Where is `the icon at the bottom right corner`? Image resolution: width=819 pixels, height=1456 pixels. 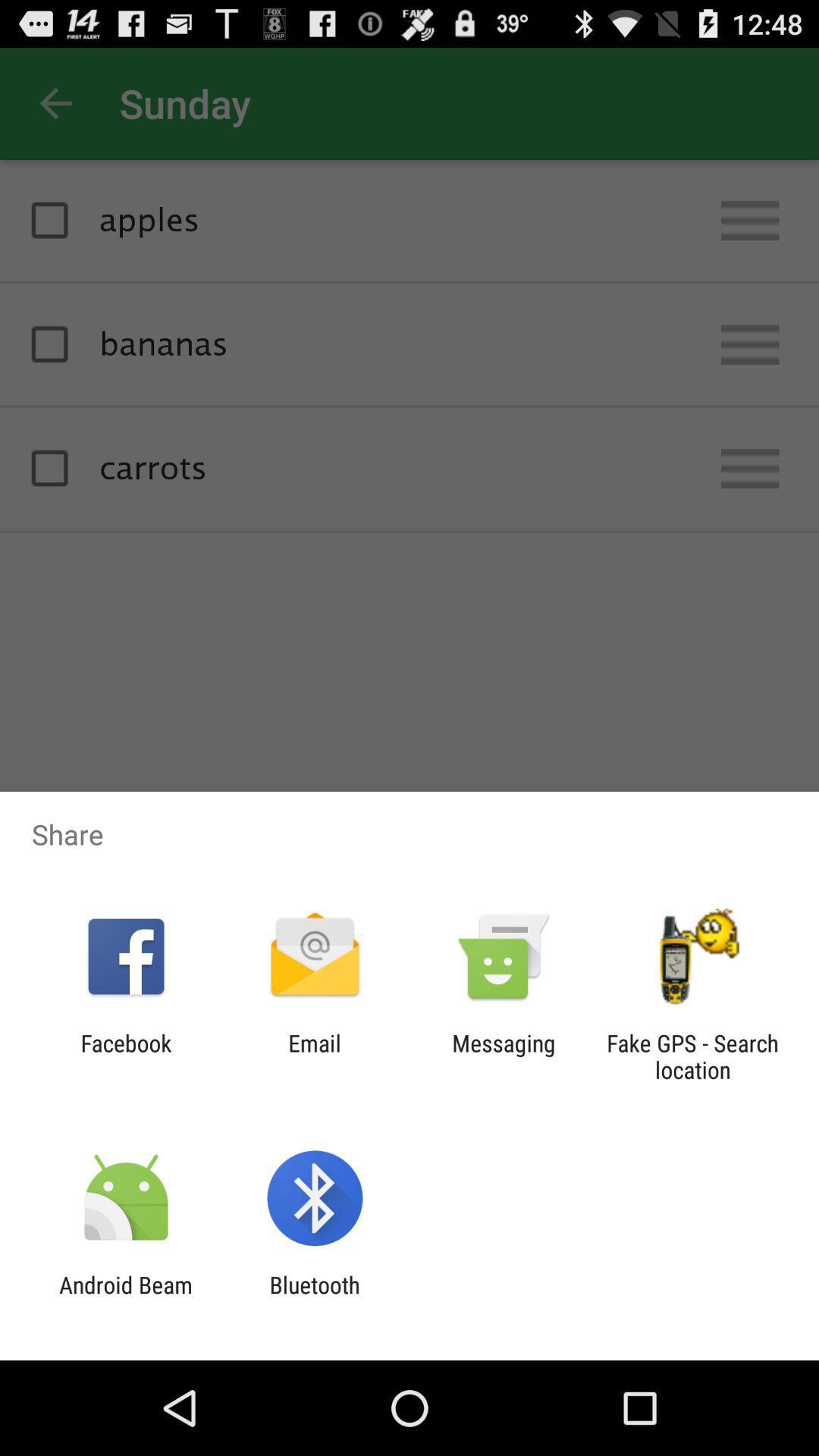
the icon at the bottom right corner is located at coordinates (692, 1056).